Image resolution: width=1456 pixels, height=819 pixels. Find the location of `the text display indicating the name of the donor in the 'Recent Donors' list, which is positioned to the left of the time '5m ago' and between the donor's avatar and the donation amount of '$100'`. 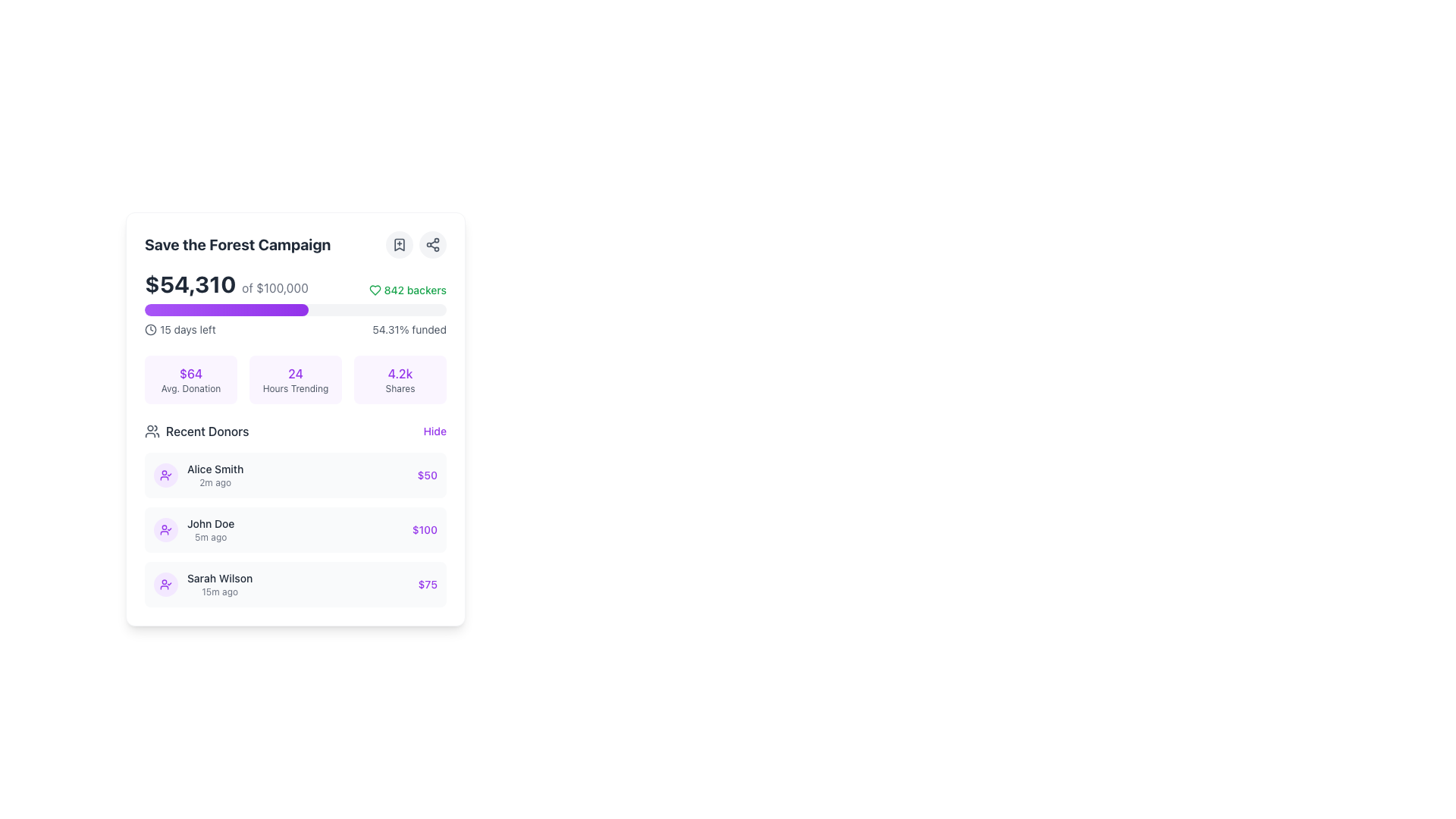

the text display indicating the name of the donor in the 'Recent Donors' list, which is positioned to the left of the time '5m ago' and between the donor's avatar and the donation amount of '$100' is located at coordinates (210, 522).